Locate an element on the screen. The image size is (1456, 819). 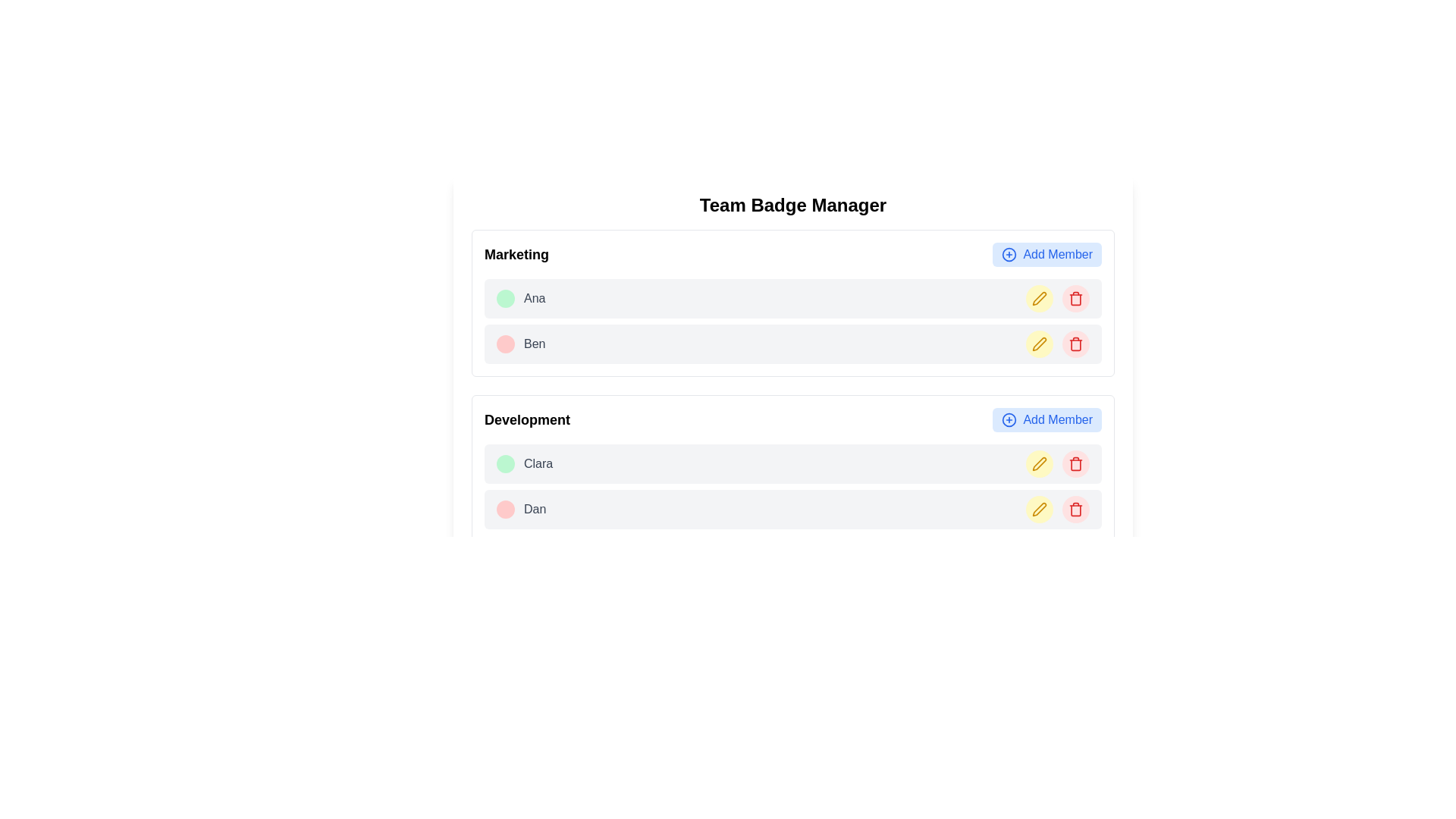
properties of the circular 'Active' status badge with a green background located in the top-left area of the 'Marketing' section, preceding the text 'Ana' is located at coordinates (506, 298).